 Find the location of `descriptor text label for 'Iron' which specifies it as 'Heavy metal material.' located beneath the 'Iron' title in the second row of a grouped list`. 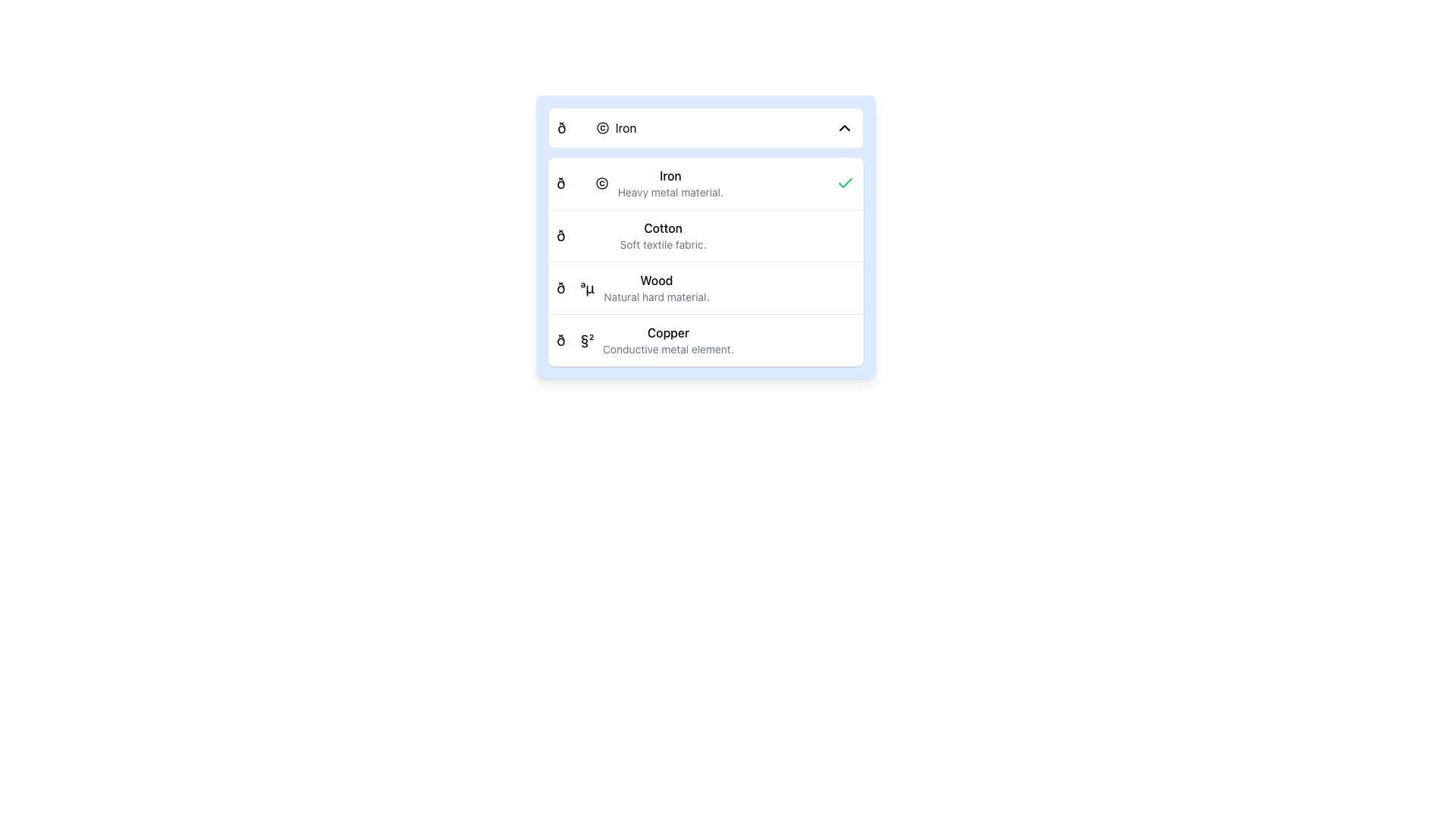

descriptor text label for 'Iron' which specifies it as 'Heavy metal material.' located beneath the 'Iron' title in the second row of a grouped list is located at coordinates (670, 192).